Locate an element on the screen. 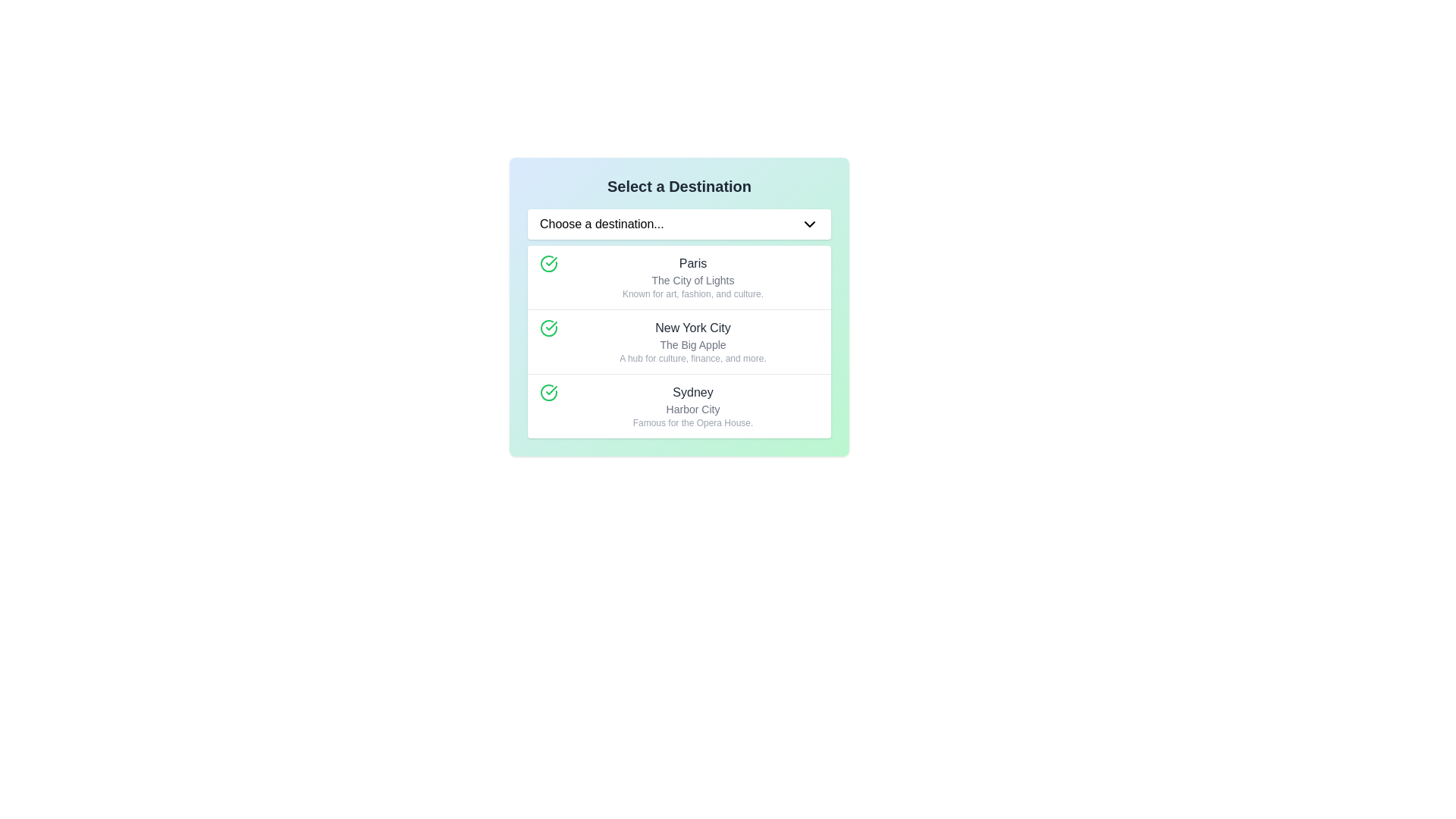 The image size is (1456, 819). the Text label displaying 'New York City', which is a medium-sized gray font title located between 'Paris' and 'Sydney' is located at coordinates (692, 327).